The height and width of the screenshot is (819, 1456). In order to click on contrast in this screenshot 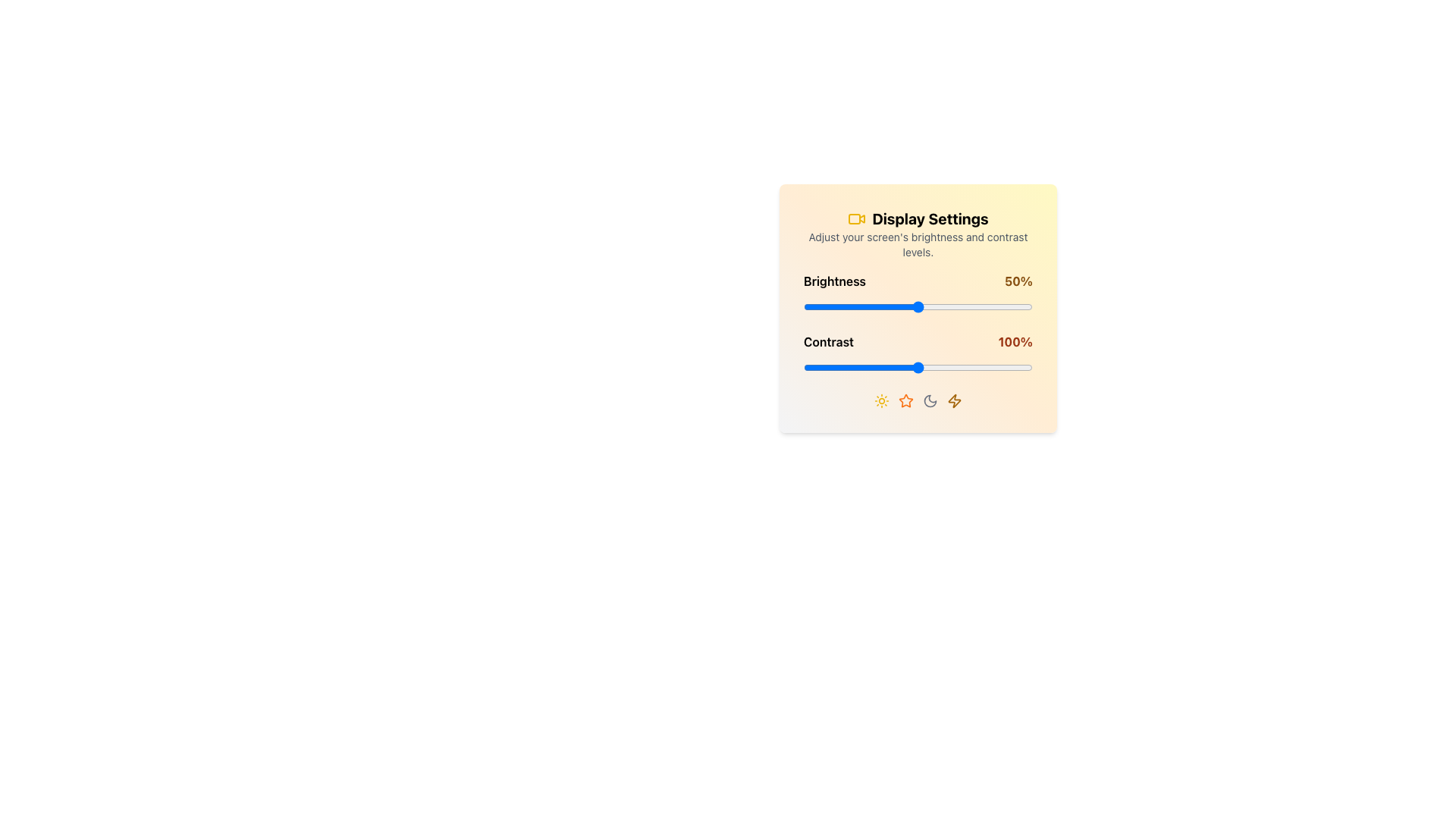, I will do `click(979, 368)`.